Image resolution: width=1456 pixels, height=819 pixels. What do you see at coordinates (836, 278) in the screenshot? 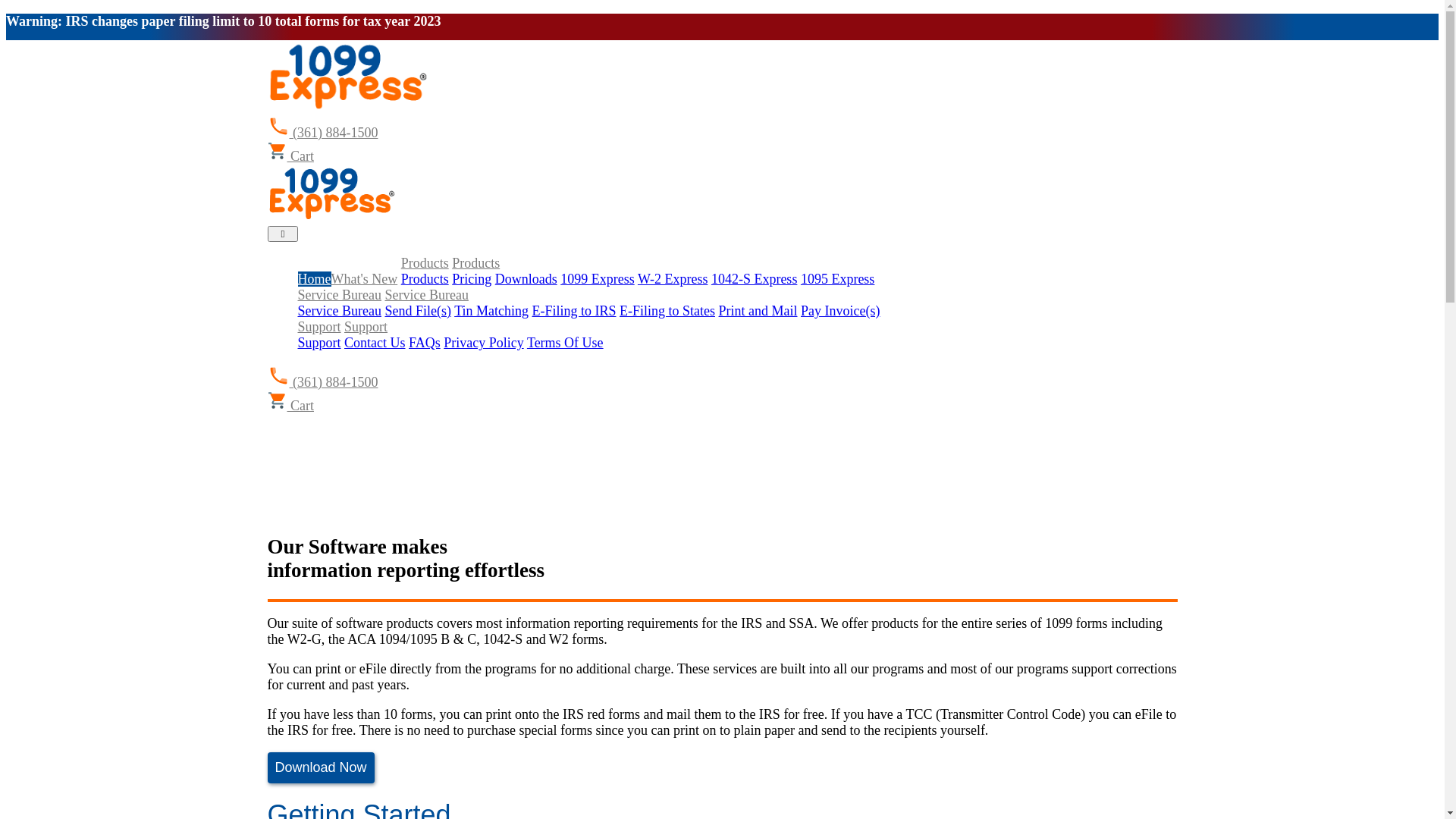
I see `'1095 Express'` at bounding box center [836, 278].